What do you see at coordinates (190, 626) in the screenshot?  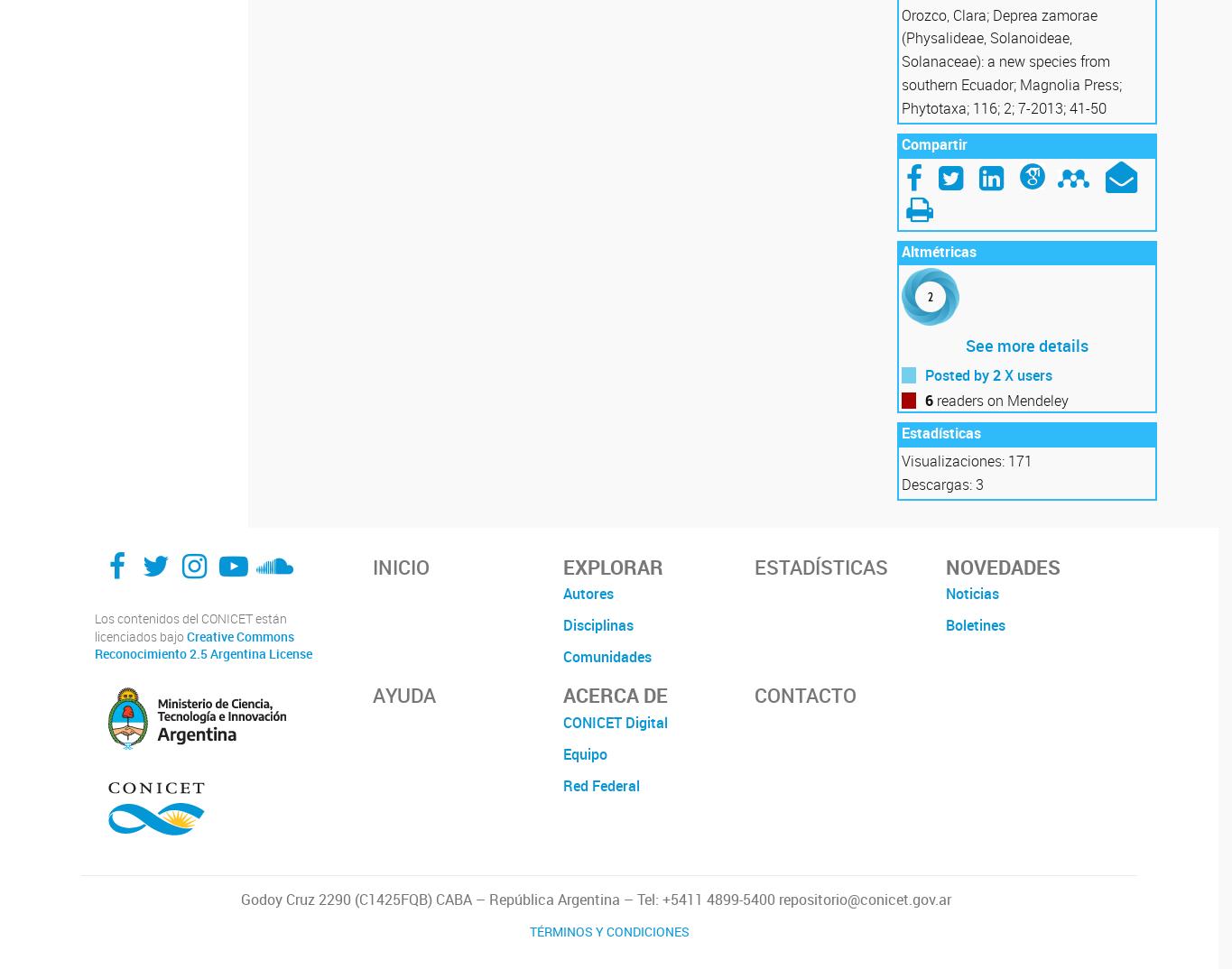 I see `'Los contenidos del CONICET están licenciados bajo'` at bounding box center [190, 626].